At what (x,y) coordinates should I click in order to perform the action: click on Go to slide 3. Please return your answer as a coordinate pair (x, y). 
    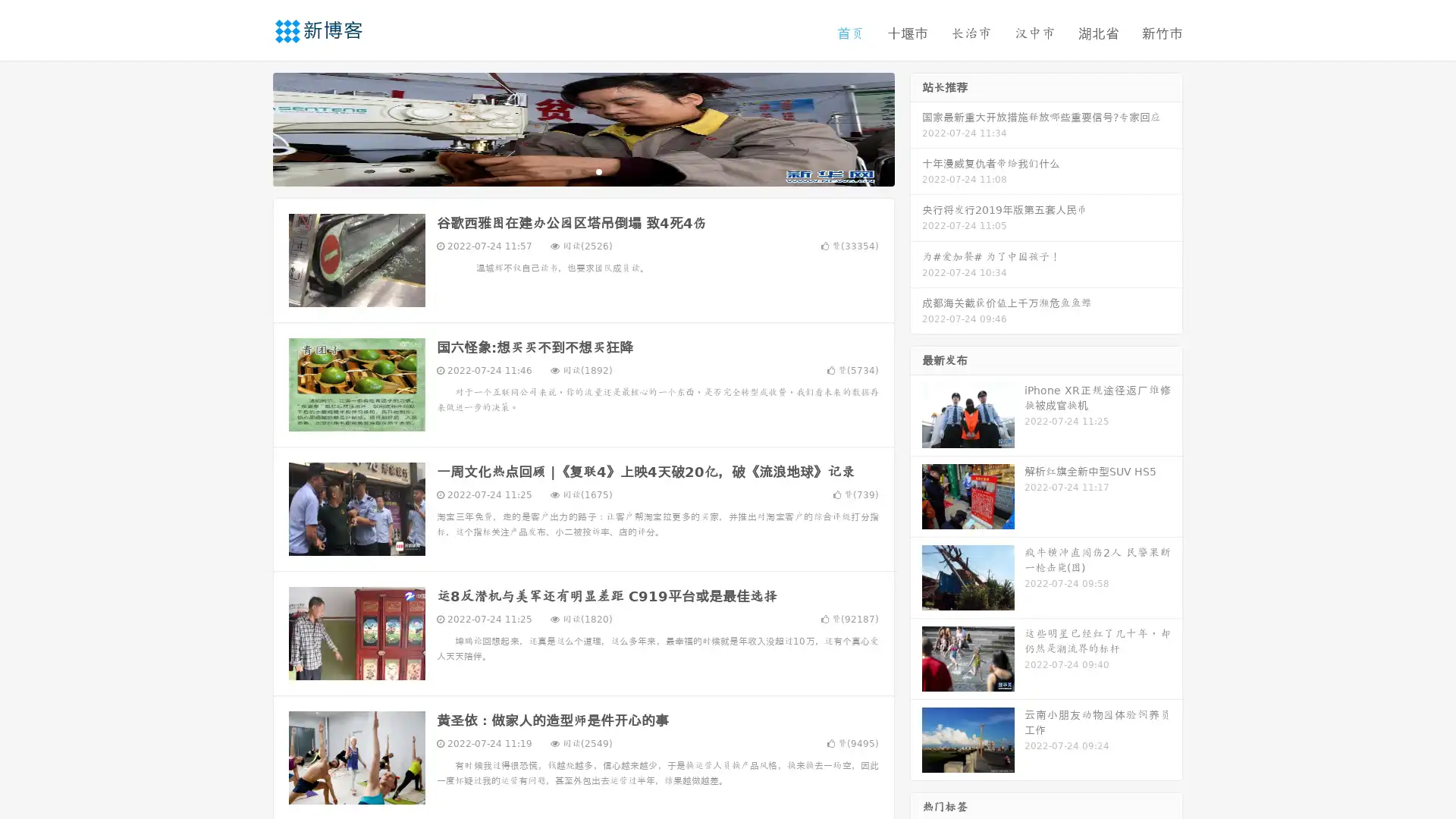
    Looking at the image, I should click on (598, 171).